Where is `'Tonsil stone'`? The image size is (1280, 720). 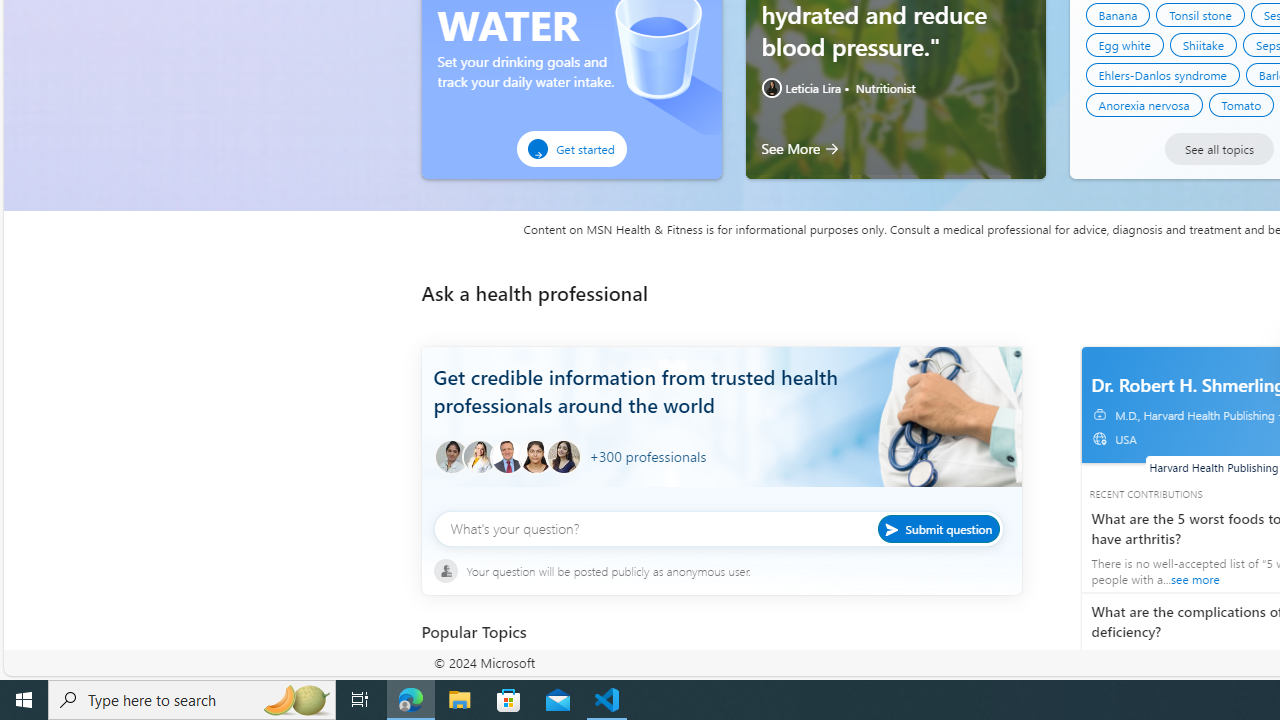 'Tonsil stone' is located at coordinates (1200, 15).